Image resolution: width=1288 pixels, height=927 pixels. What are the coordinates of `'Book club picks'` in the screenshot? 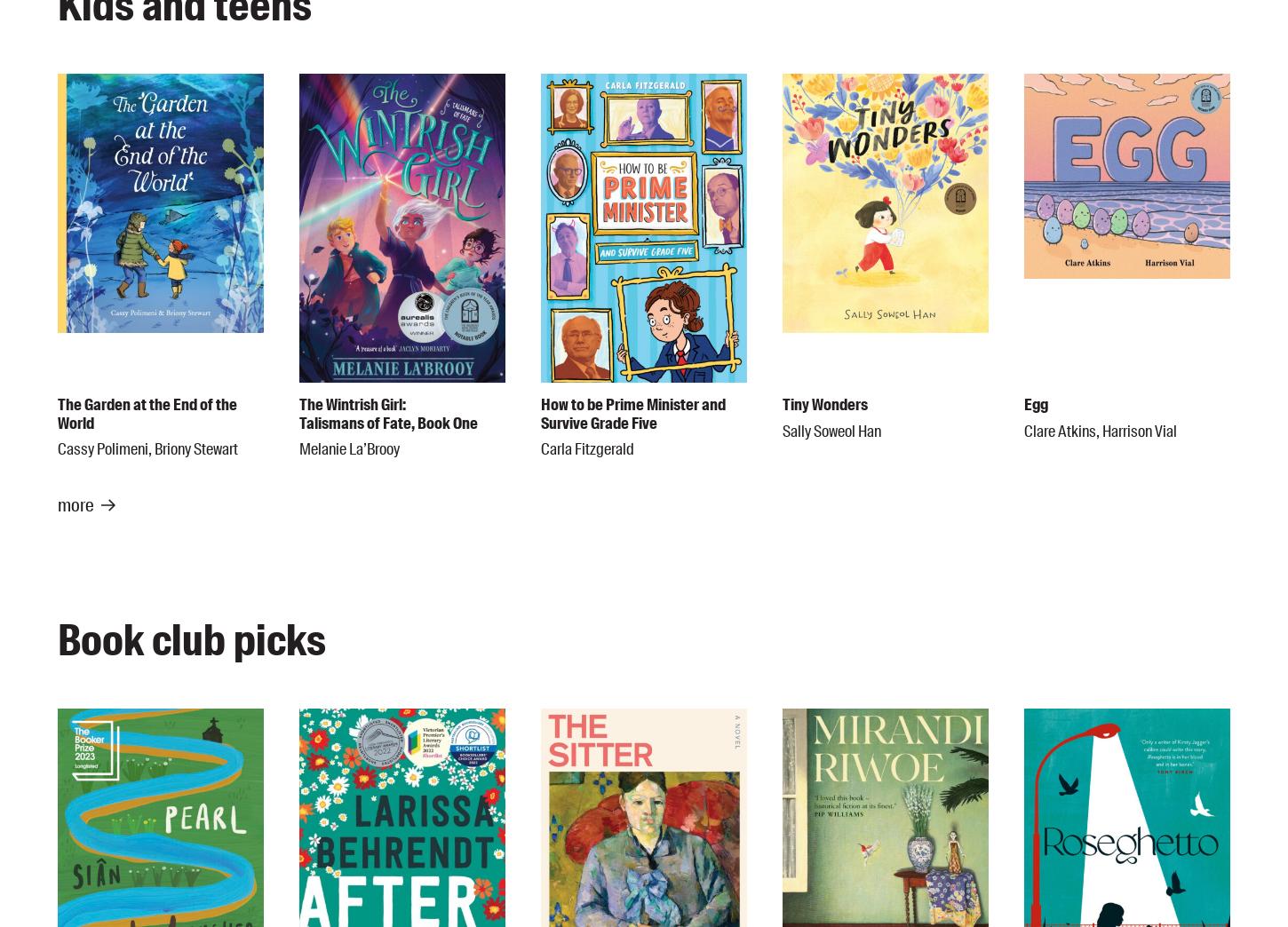 It's located at (191, 641).